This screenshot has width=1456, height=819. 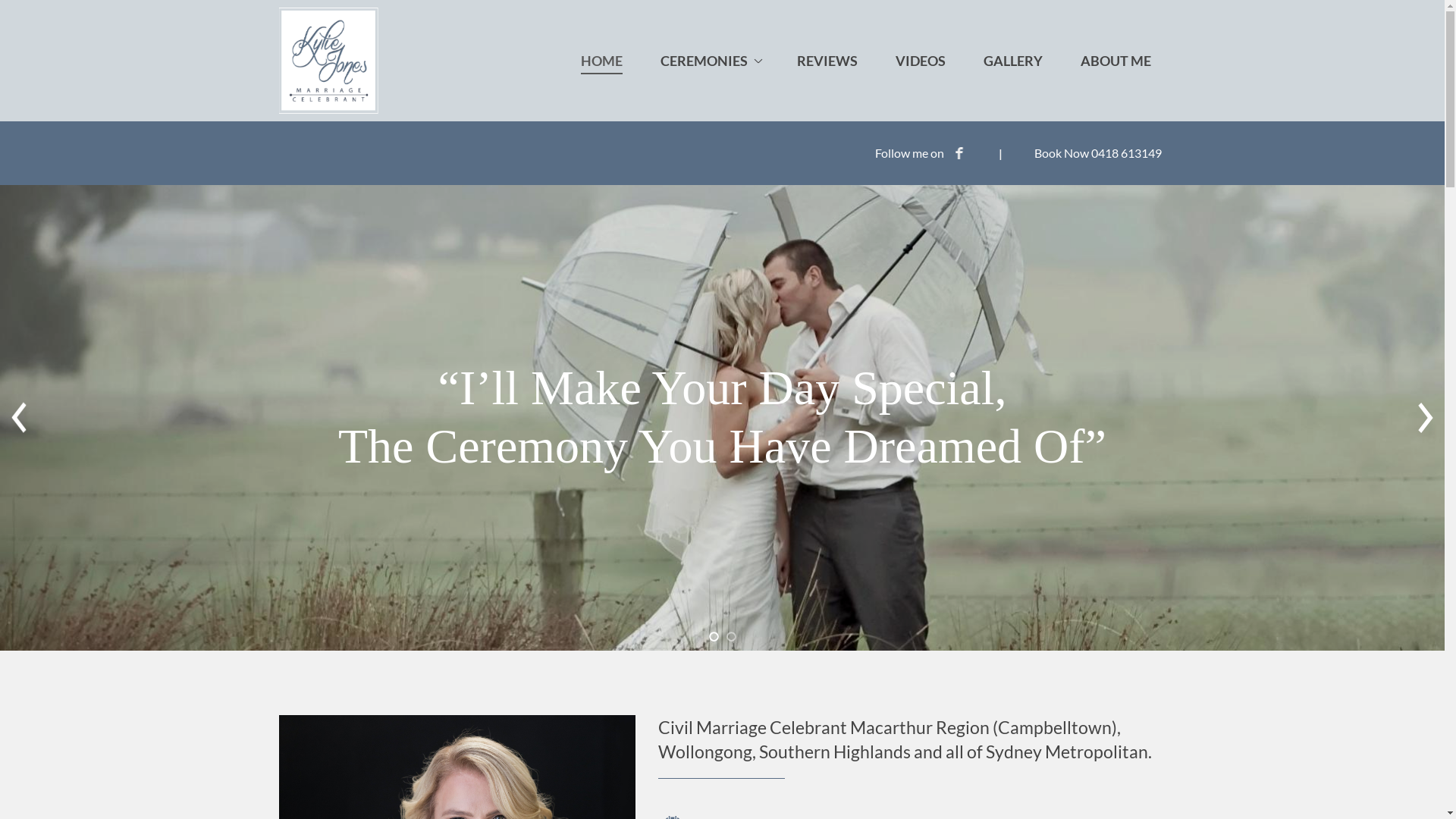 I want to click on 'REVIEWS', so click(x=825, y=60).